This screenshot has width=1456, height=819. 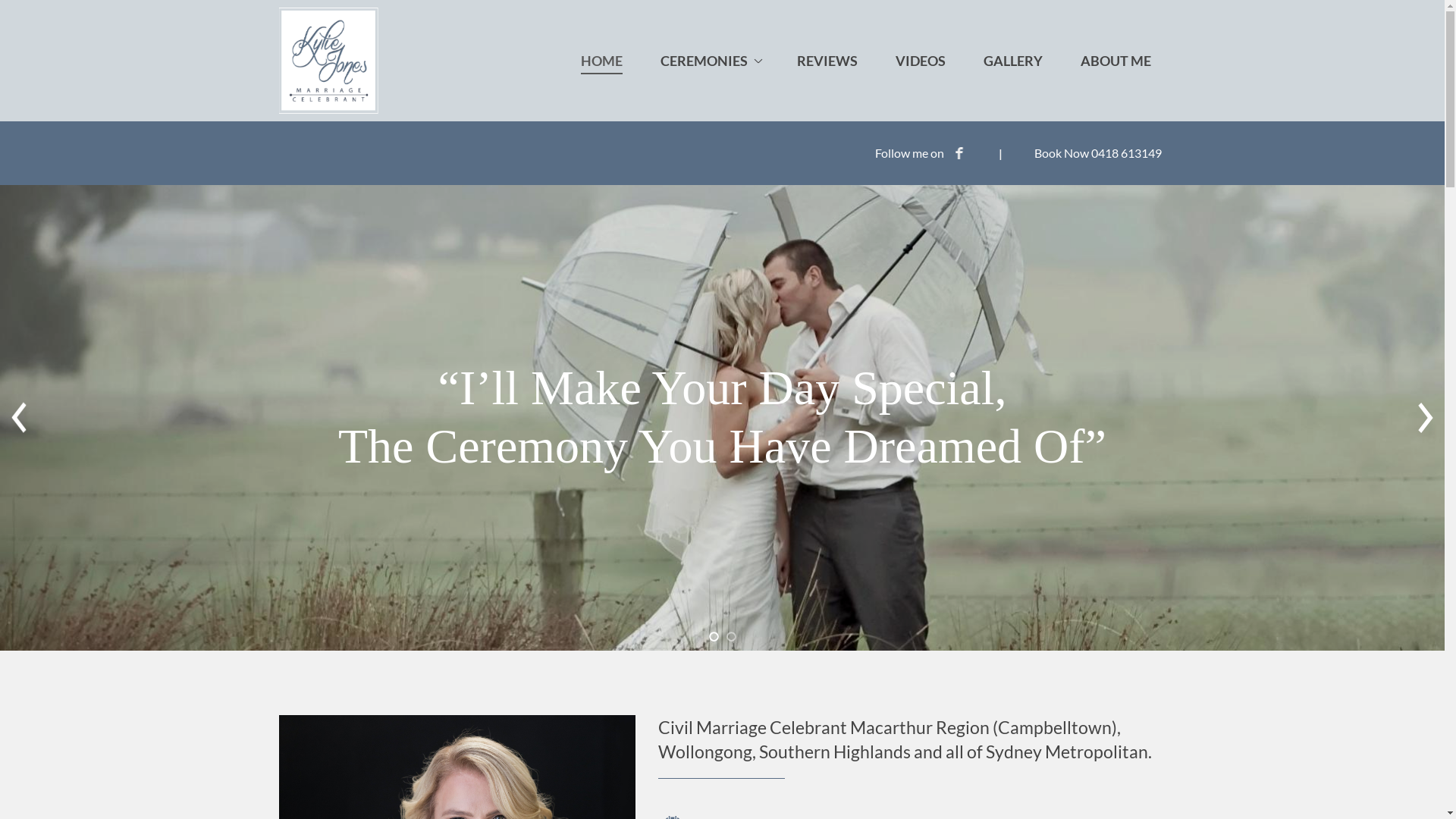 I want to click on 'REVIEWS', so click(x=825, y=60).